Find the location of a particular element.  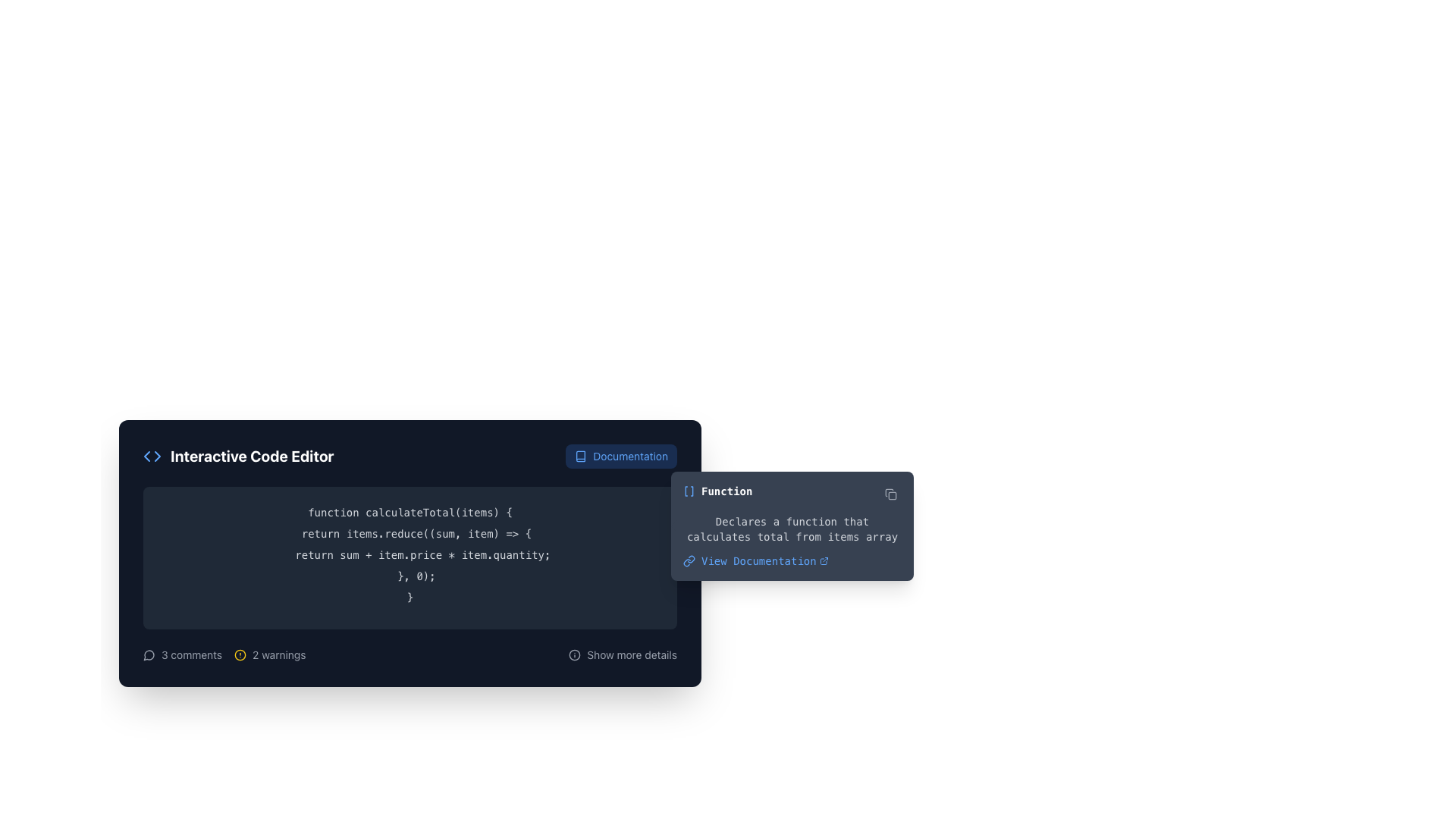

text label that displays the number of comments, located in the bottom-left section of the interface next to the chat bubble icon is located at coordinates (191, 654).